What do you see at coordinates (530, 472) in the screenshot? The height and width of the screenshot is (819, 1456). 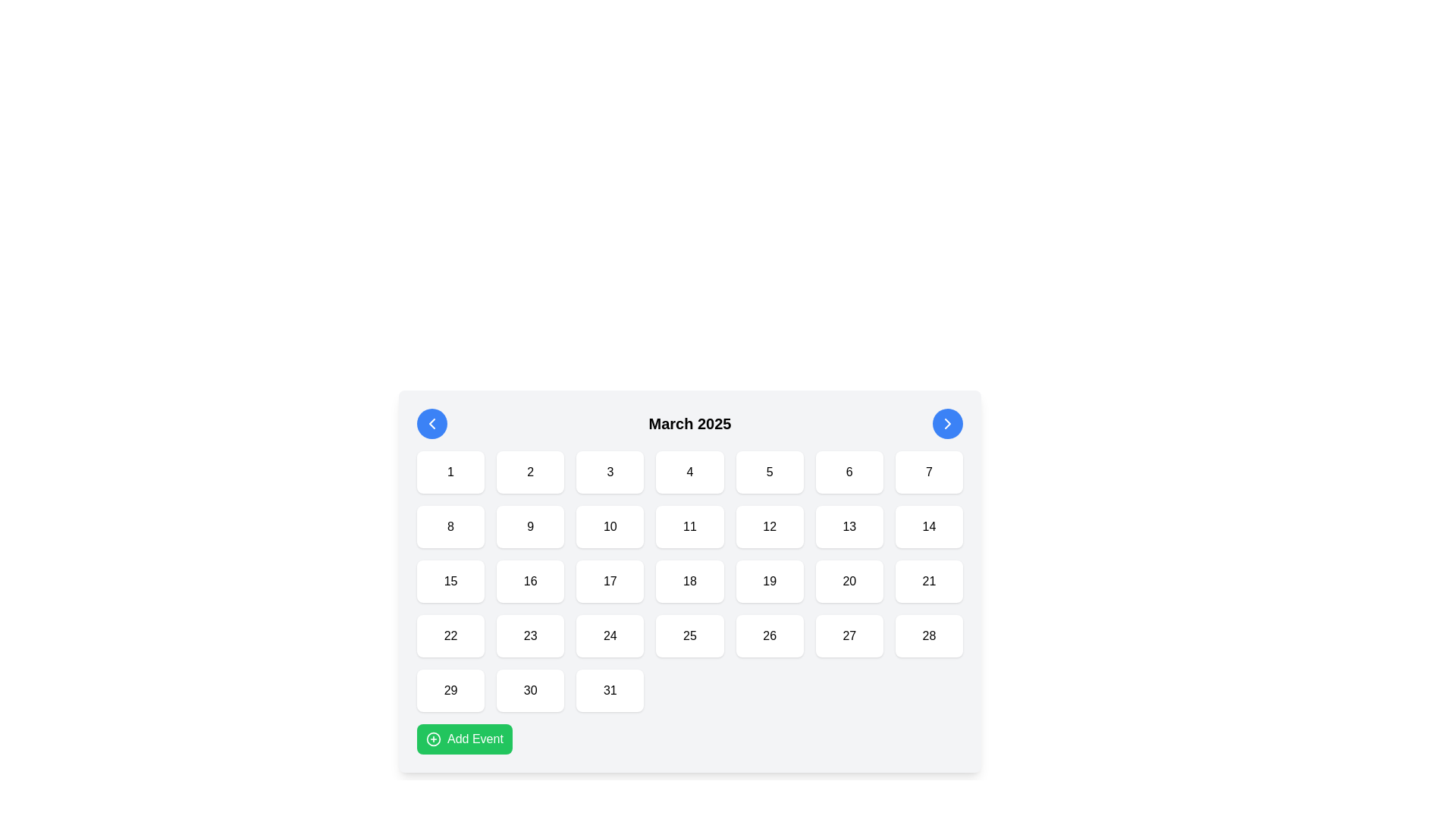 I see `the button representing the second day in the calendar view` at bounding box center [530, 472].